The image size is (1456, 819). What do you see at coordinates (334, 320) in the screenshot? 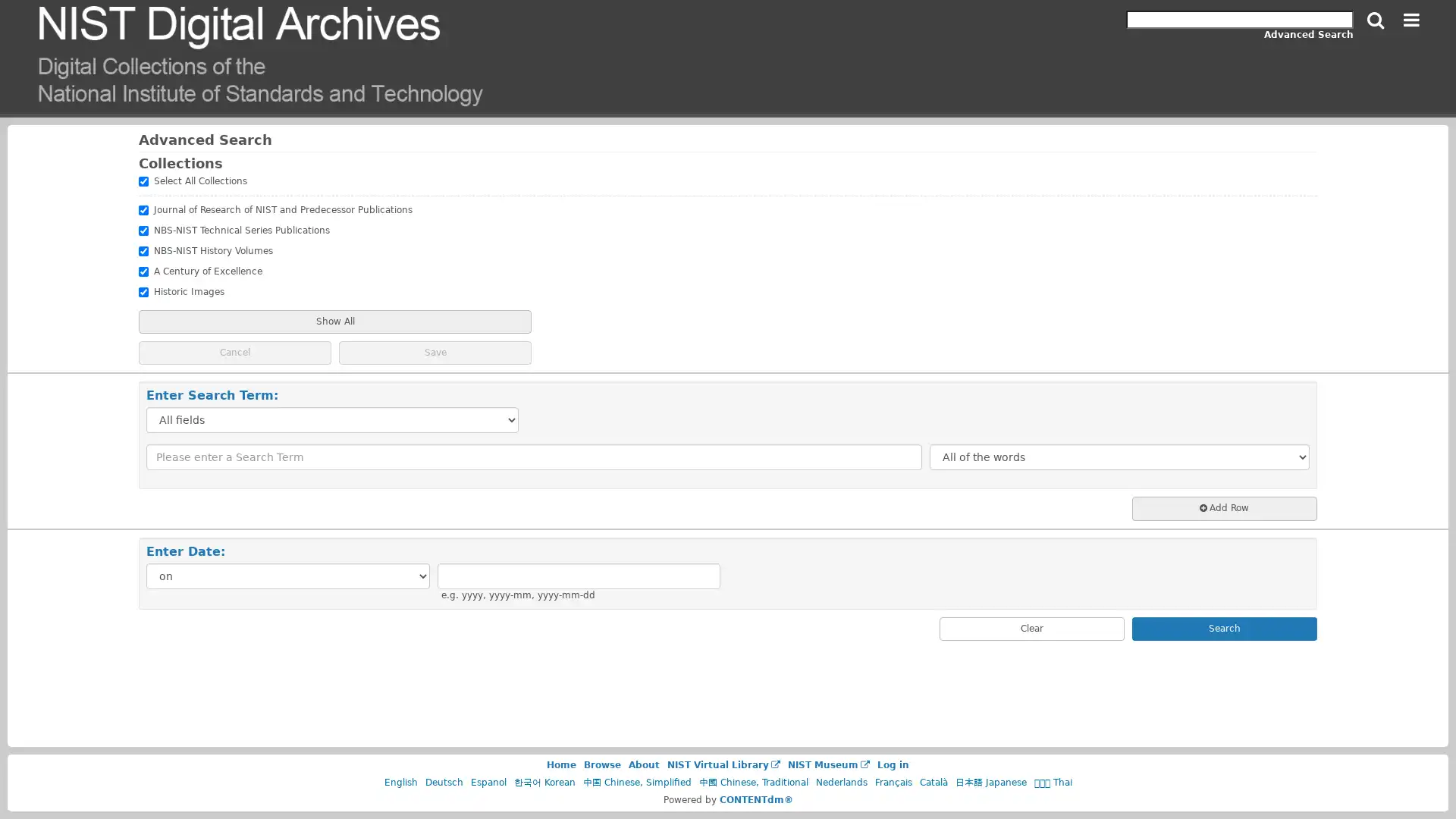
I see `Show All` at bounding box center [334, 320].